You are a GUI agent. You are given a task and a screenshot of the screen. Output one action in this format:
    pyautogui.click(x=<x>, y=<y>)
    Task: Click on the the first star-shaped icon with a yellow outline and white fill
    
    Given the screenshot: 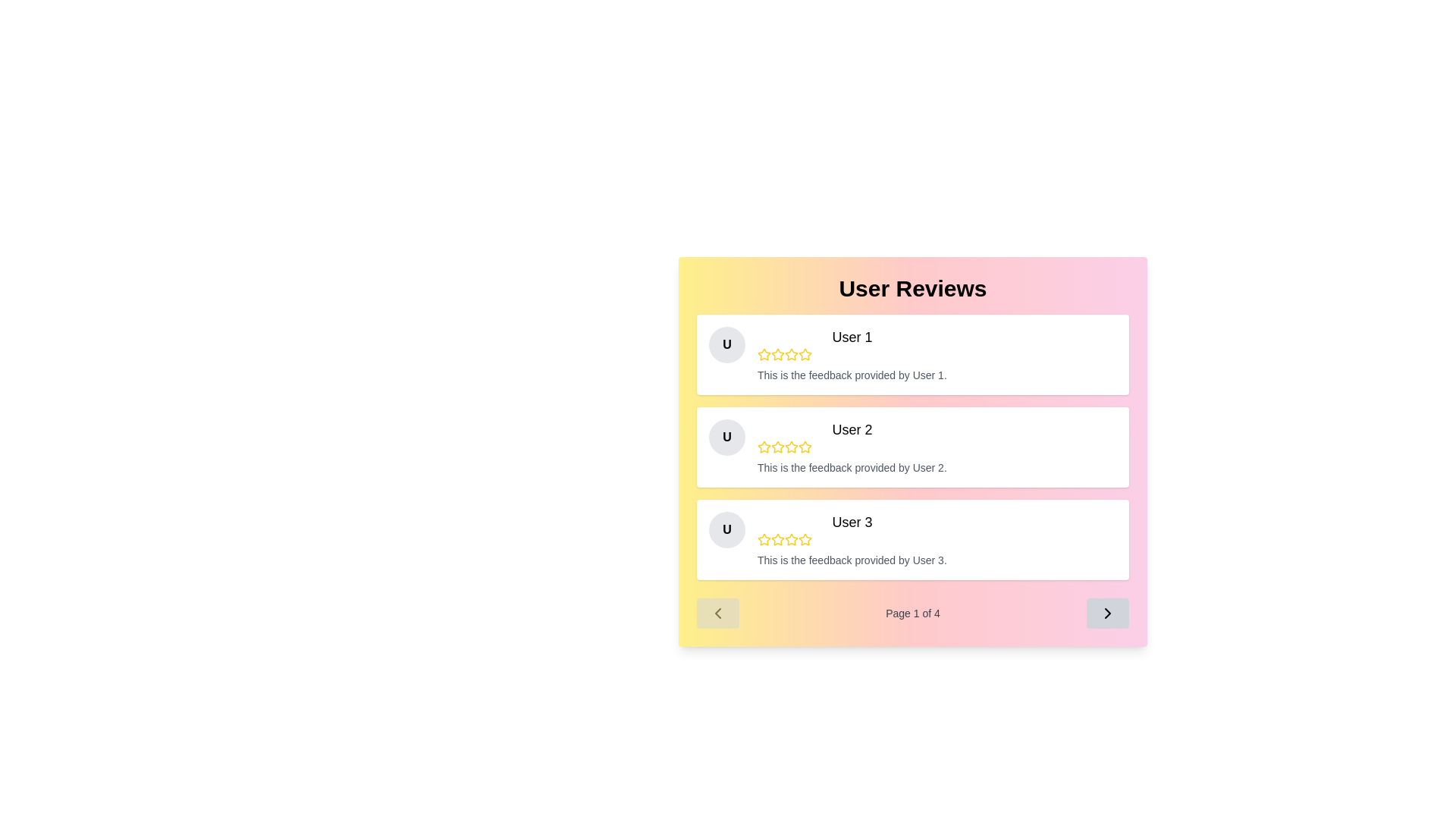 What is the action you would take?
    pyautogui.click(x=764, y=354)
    